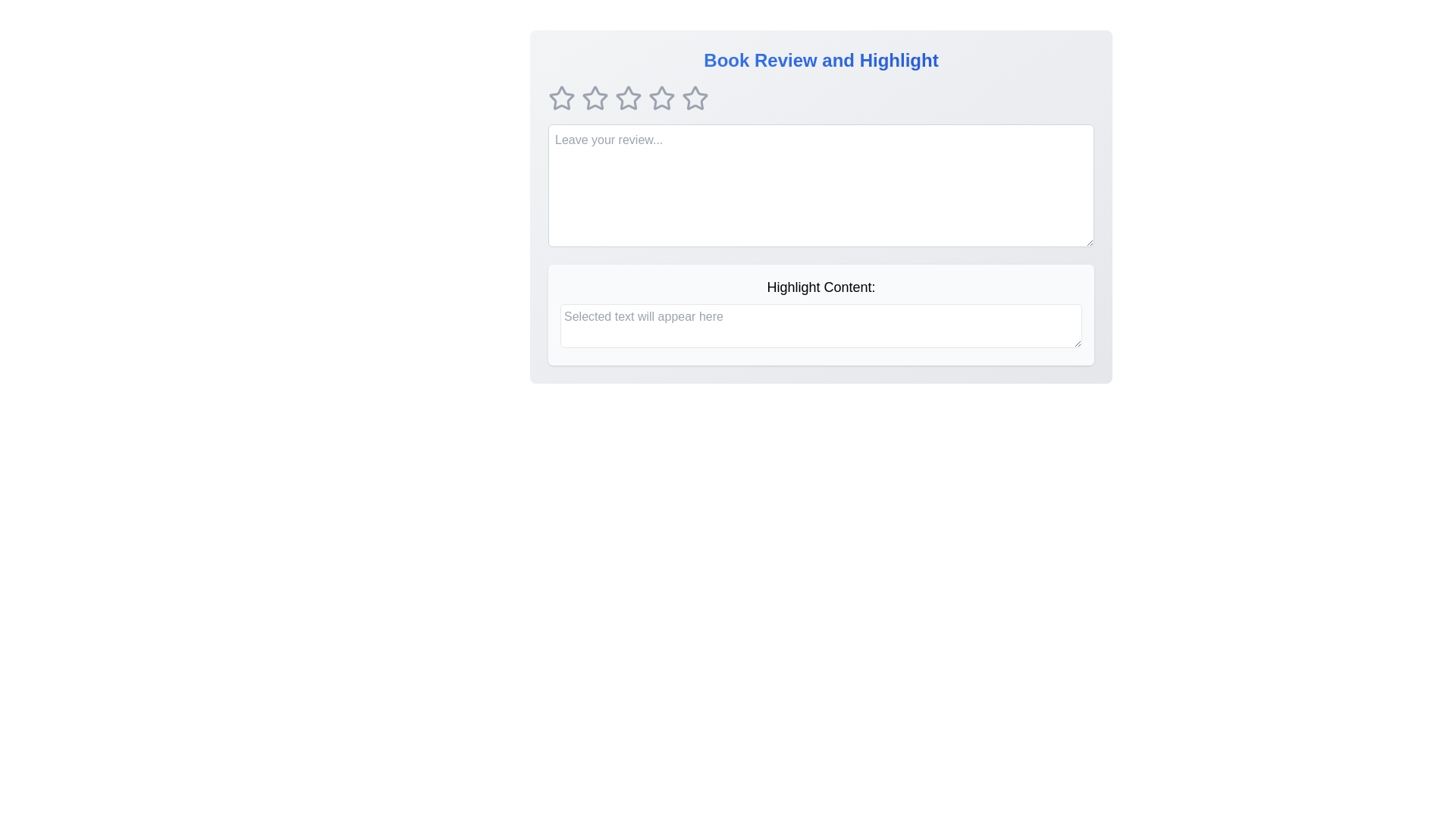  Describe the element at coordinates (694, 99) in the screenshot. I see `the star rating icon corresponding to 5 stars to preview the rating` at that location.